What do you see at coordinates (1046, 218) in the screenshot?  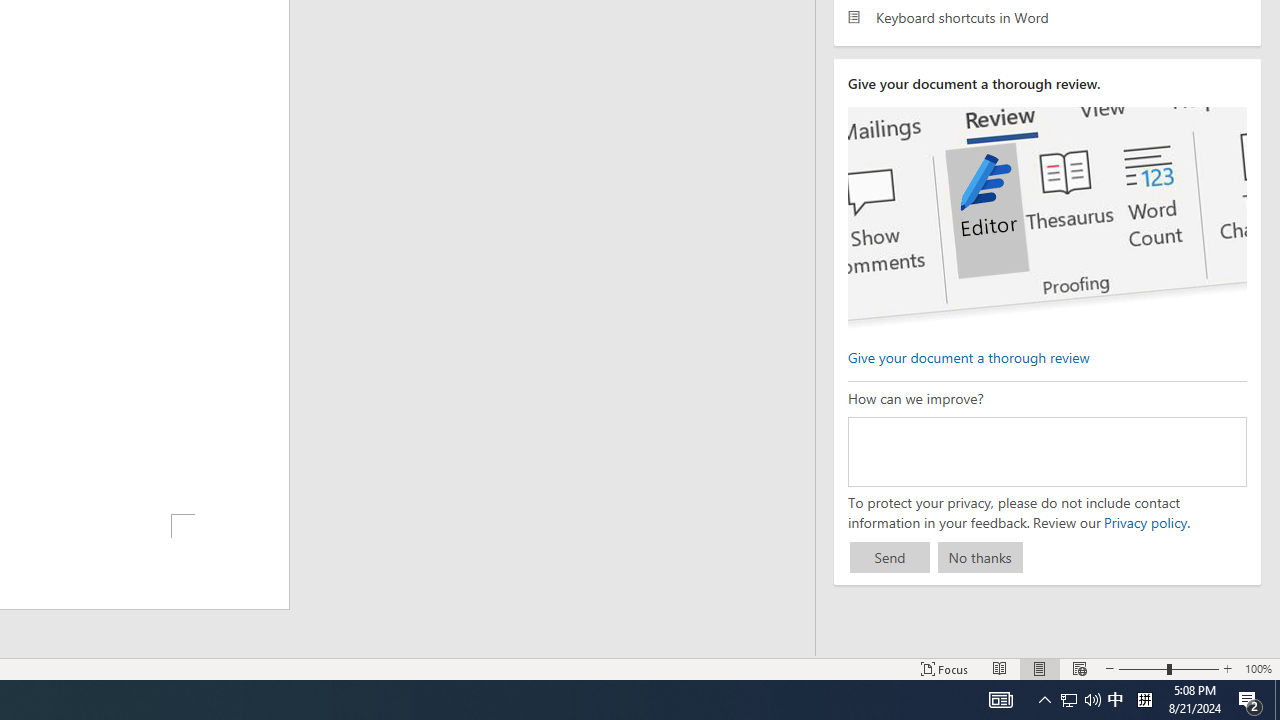 I see `'editor ui screenshot'` at bounding box center [1046, 218].